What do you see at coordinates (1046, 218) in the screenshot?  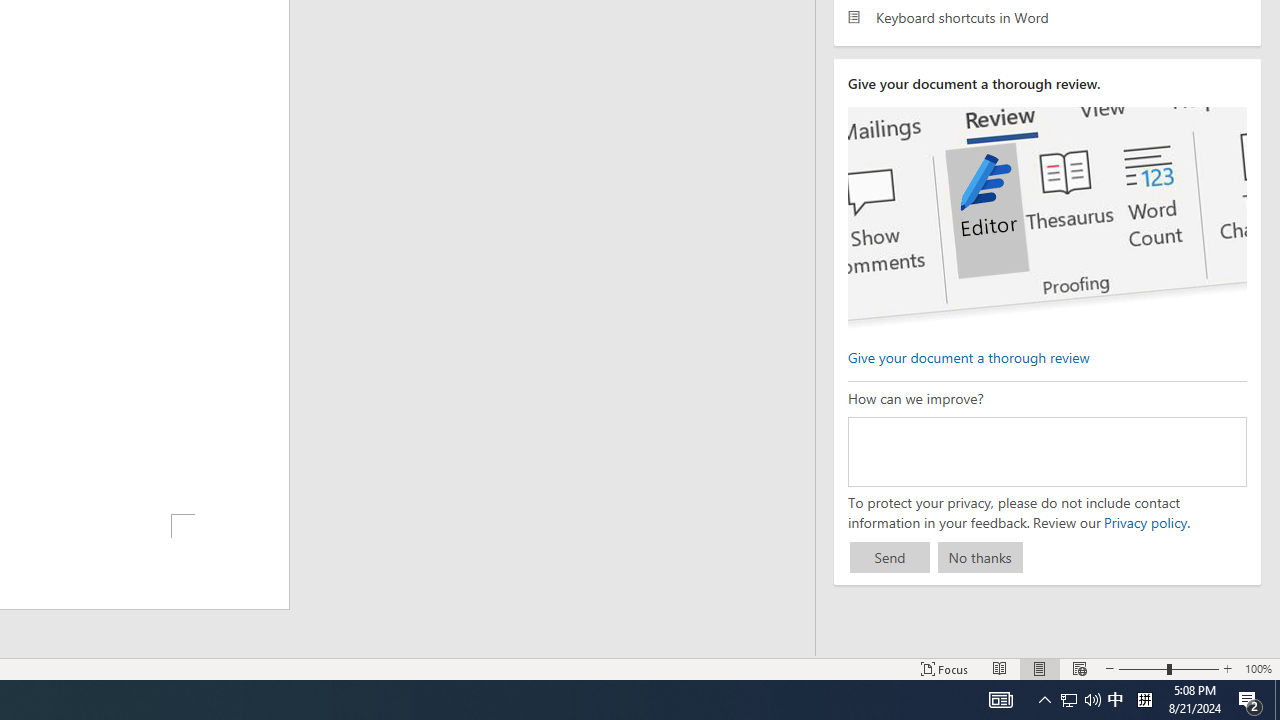 I see `'editor ui screenshot'` at bounding box center [1046, 218].